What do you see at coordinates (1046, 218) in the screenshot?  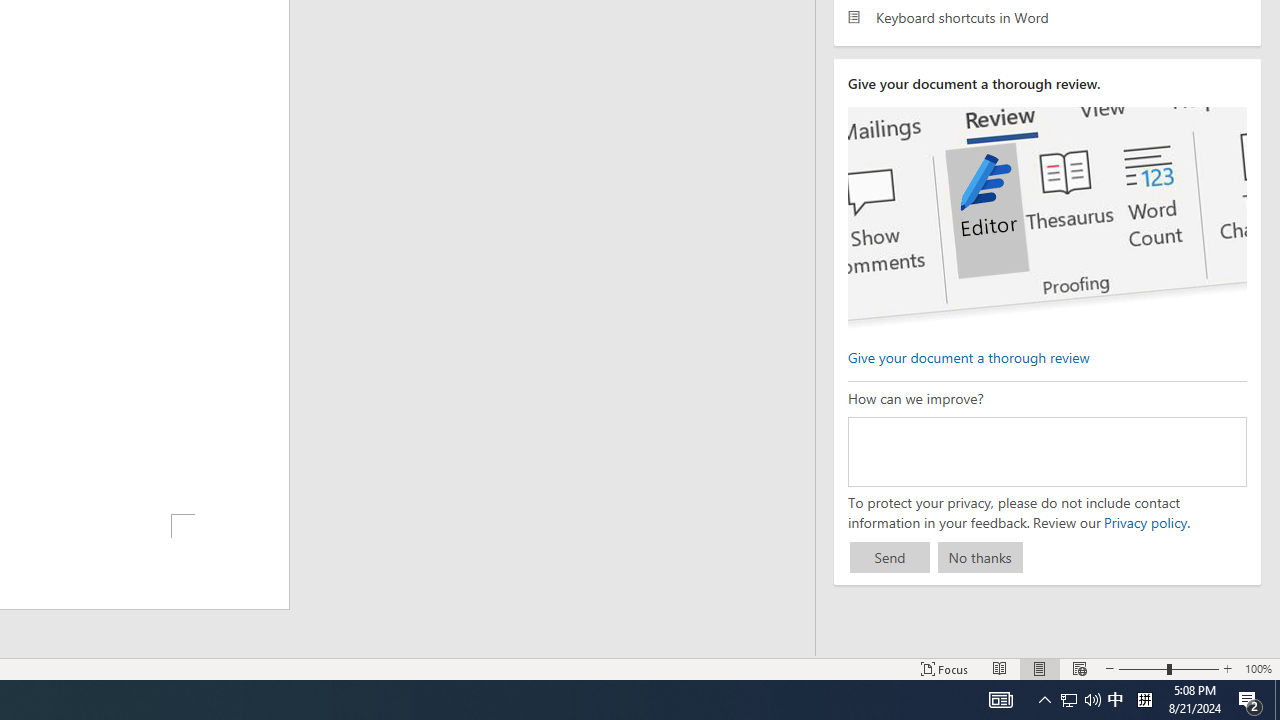 I see `'editor ui screenshot'` at bounding box center [1046, 218].